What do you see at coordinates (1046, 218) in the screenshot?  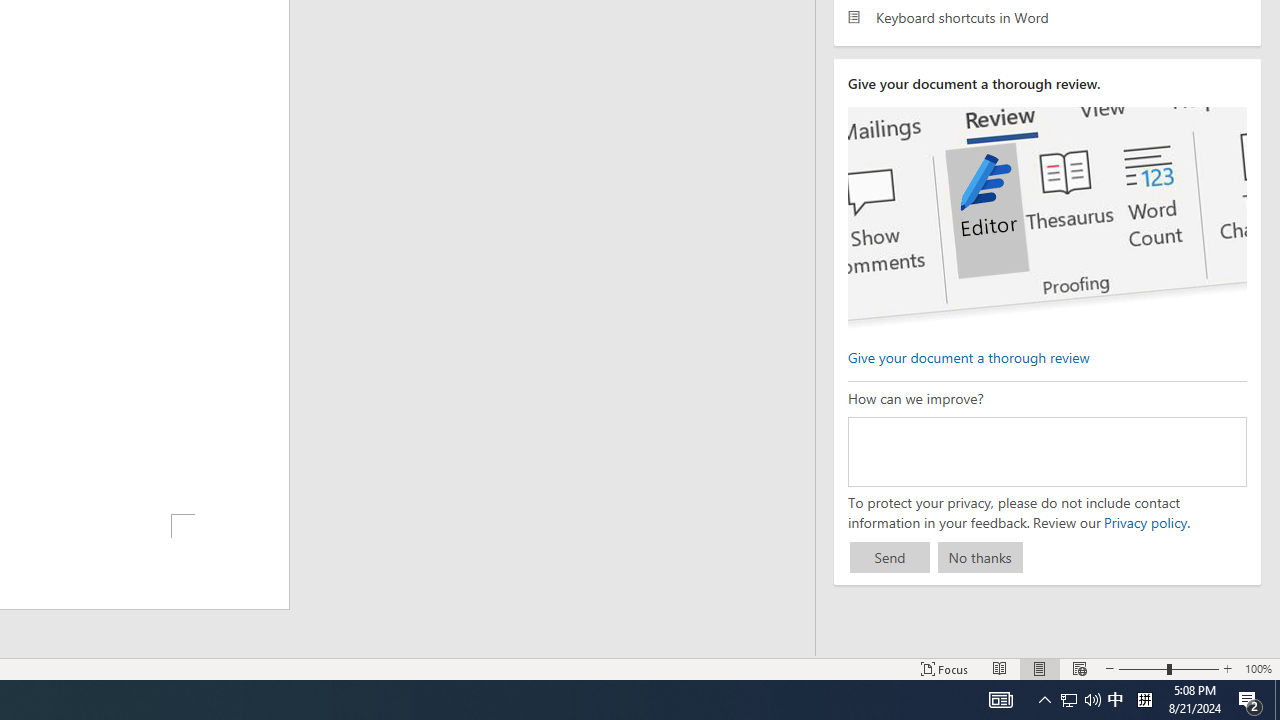 I see `'editor ui screenshot'` at bounding box center [1046, 218].